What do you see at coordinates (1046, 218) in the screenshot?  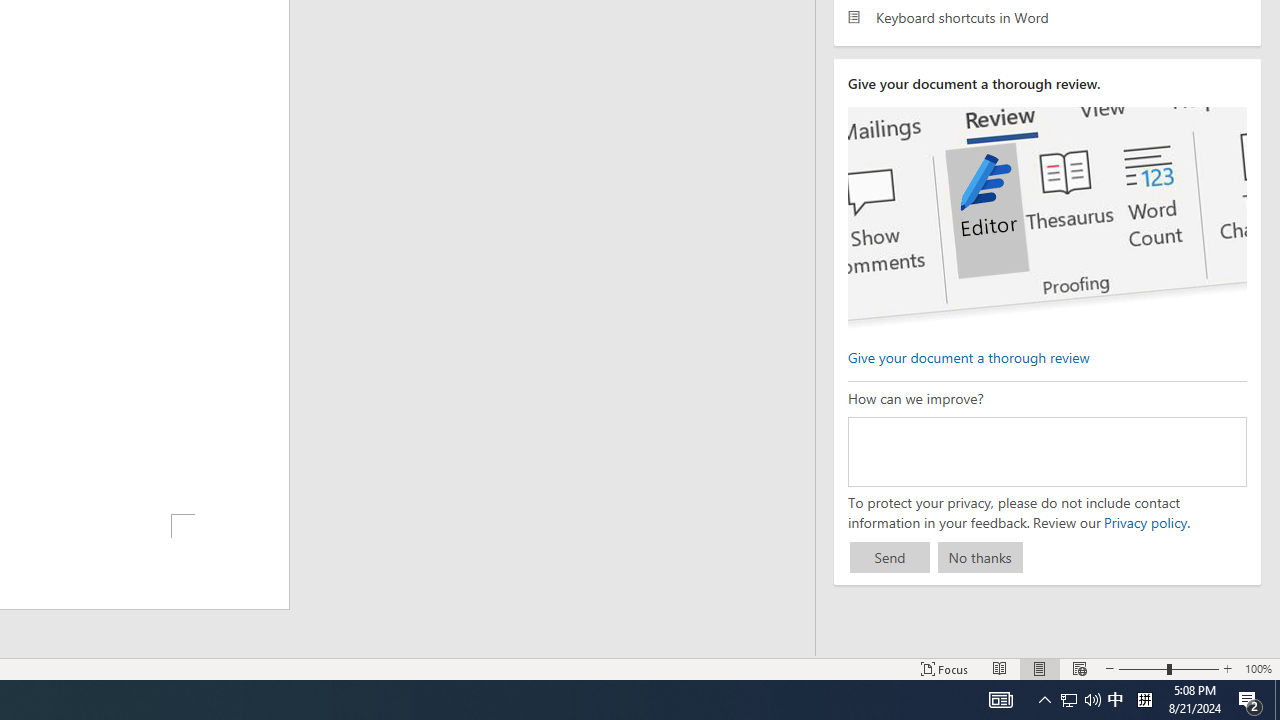 I see `'editor ui screenshot'` at bounding box center [1046, 218].